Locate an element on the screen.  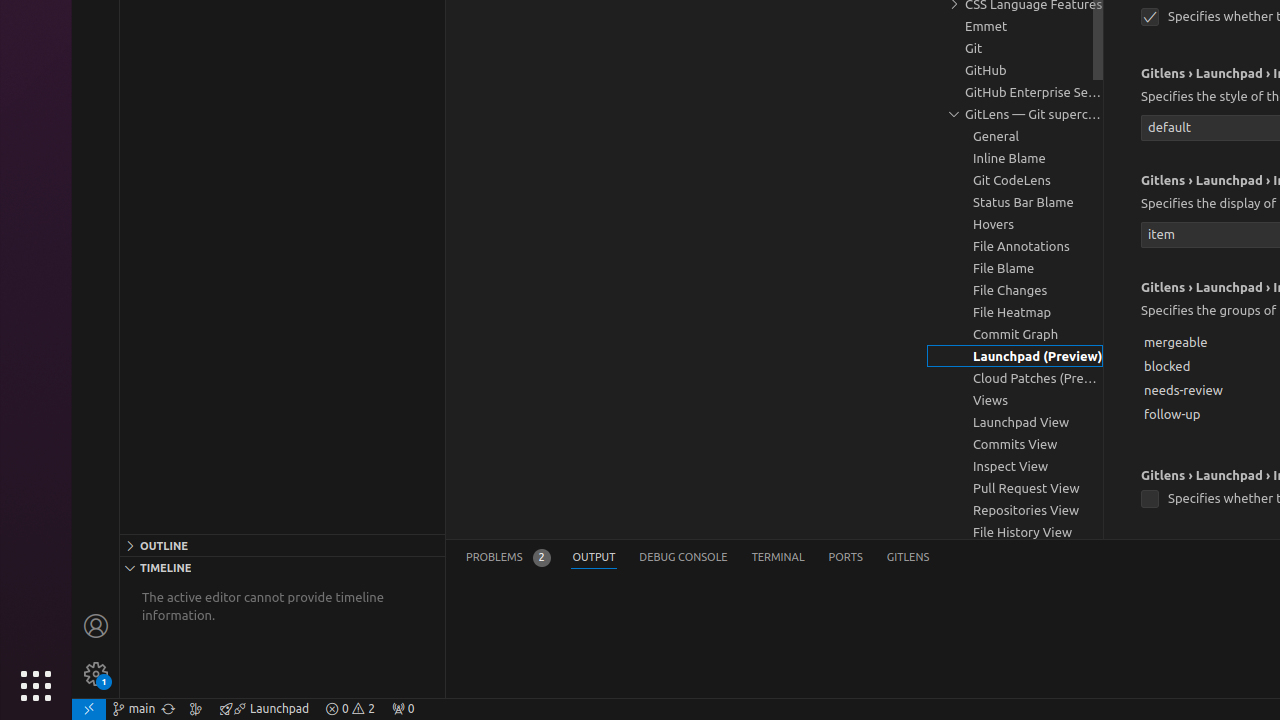
'Launchpad (Preview), group' is located at coordinates (1015, 354).